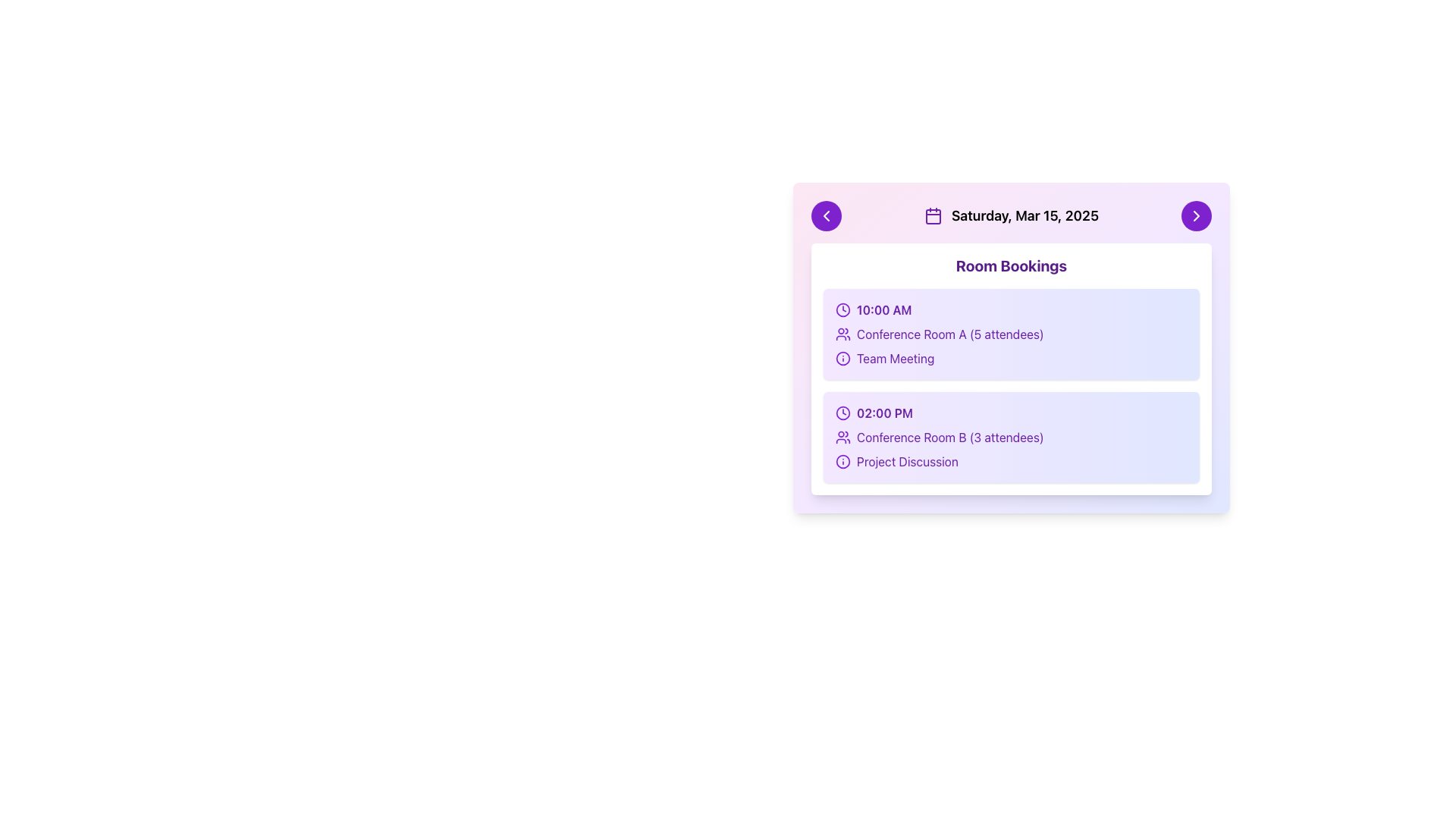 Image resolution: width=1456 pixels, height=819 pixels. What do you see at coordinates (843, 359) in the screenshot?
I see `the outer circle of the 'info' icon associated with the '10:00 AM Team Meeting' entry in the 'Room Bookings' card` at bounding box center [843, 359].